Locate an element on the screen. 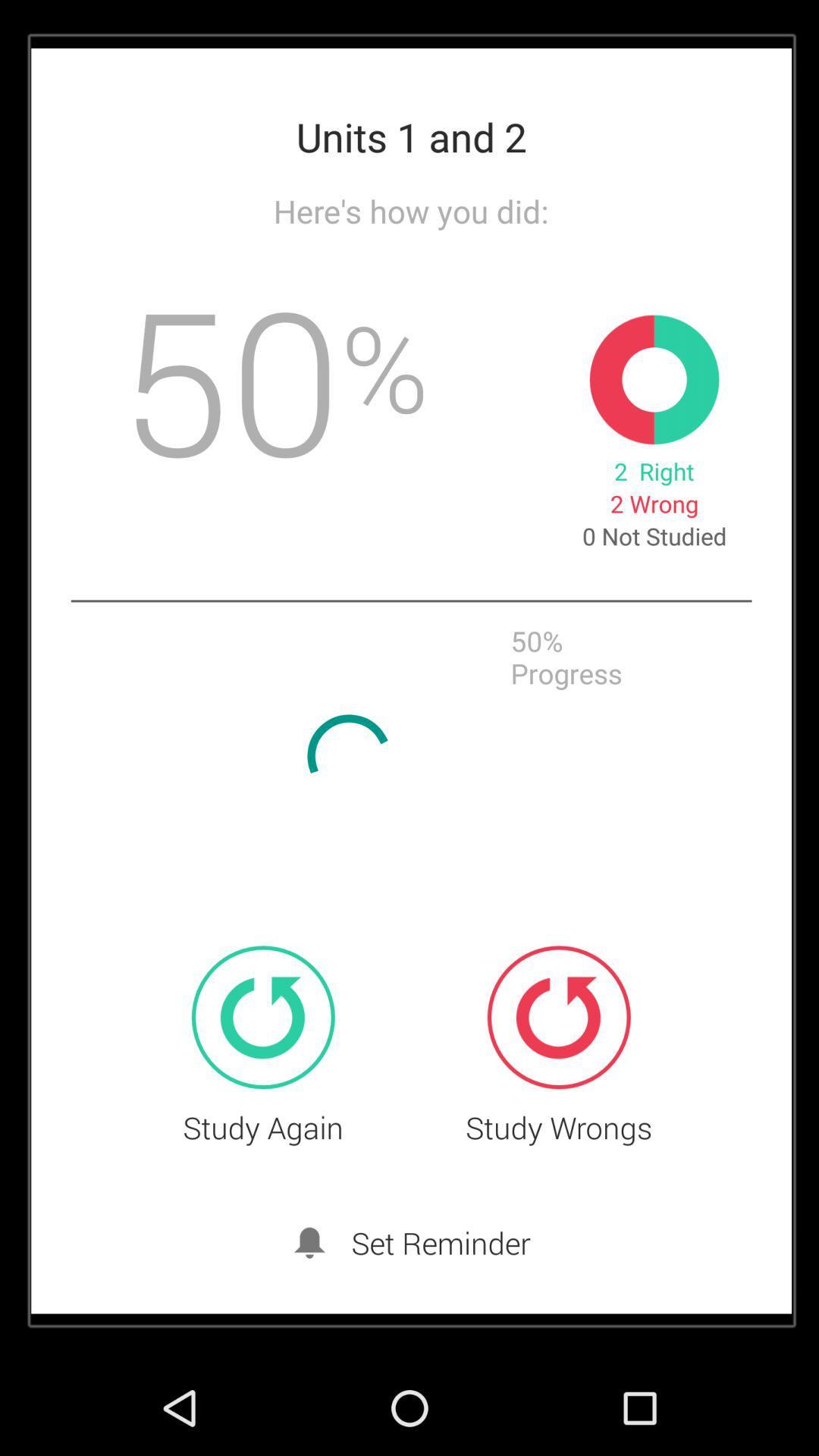  the refresh icon is located at coordinates (262, 1087).